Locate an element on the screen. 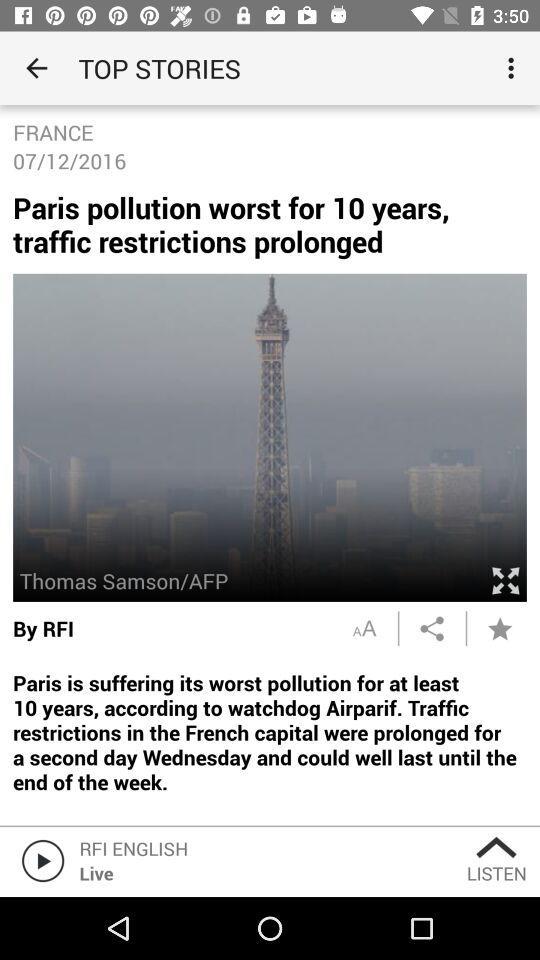 Image resolution: width=540 pixels, height=960 pixels. the share icon is located at coordinates (431, 627).